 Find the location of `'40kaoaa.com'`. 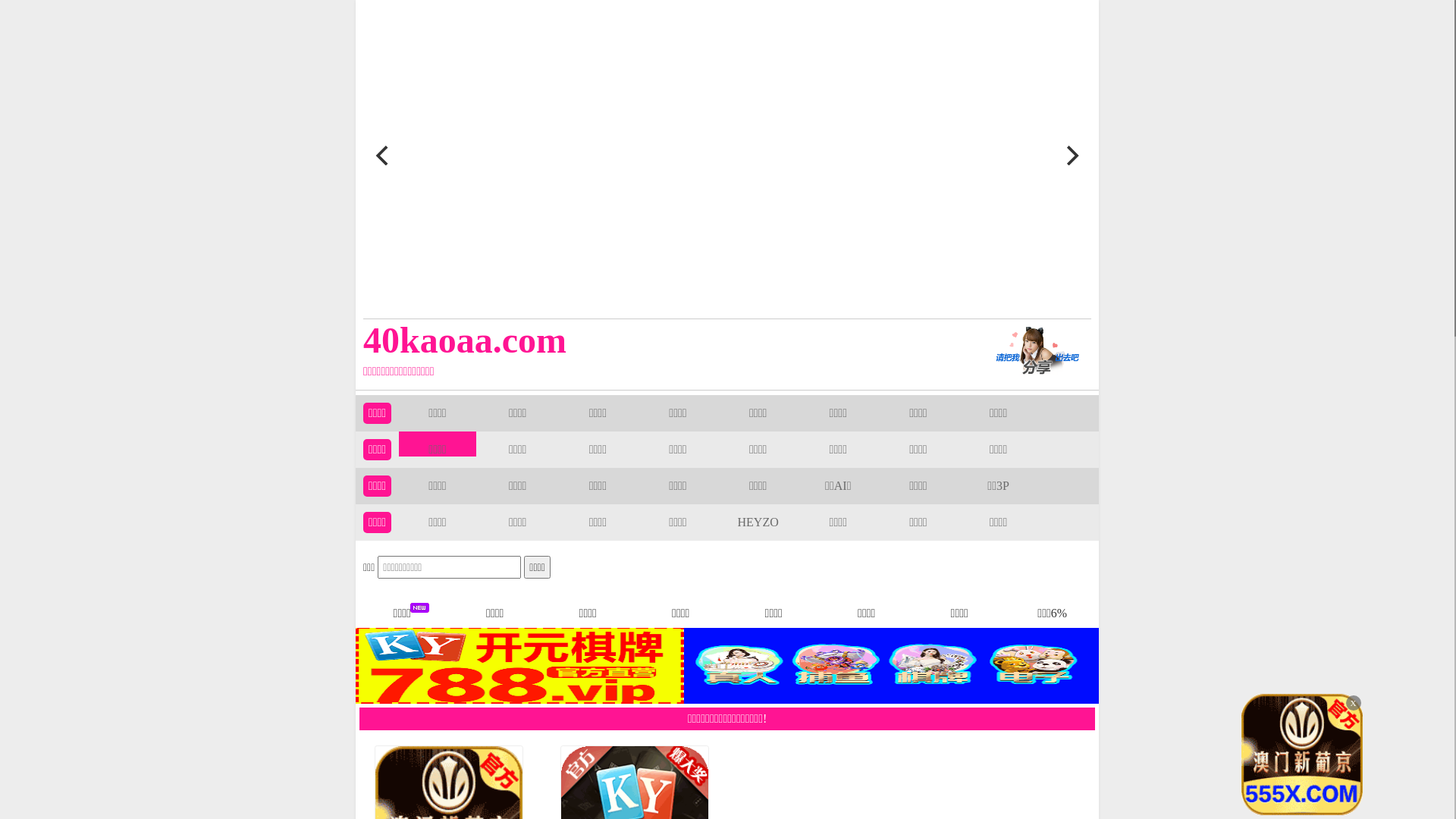

'40kaoaa.com' is located at coordinates (654, 339).